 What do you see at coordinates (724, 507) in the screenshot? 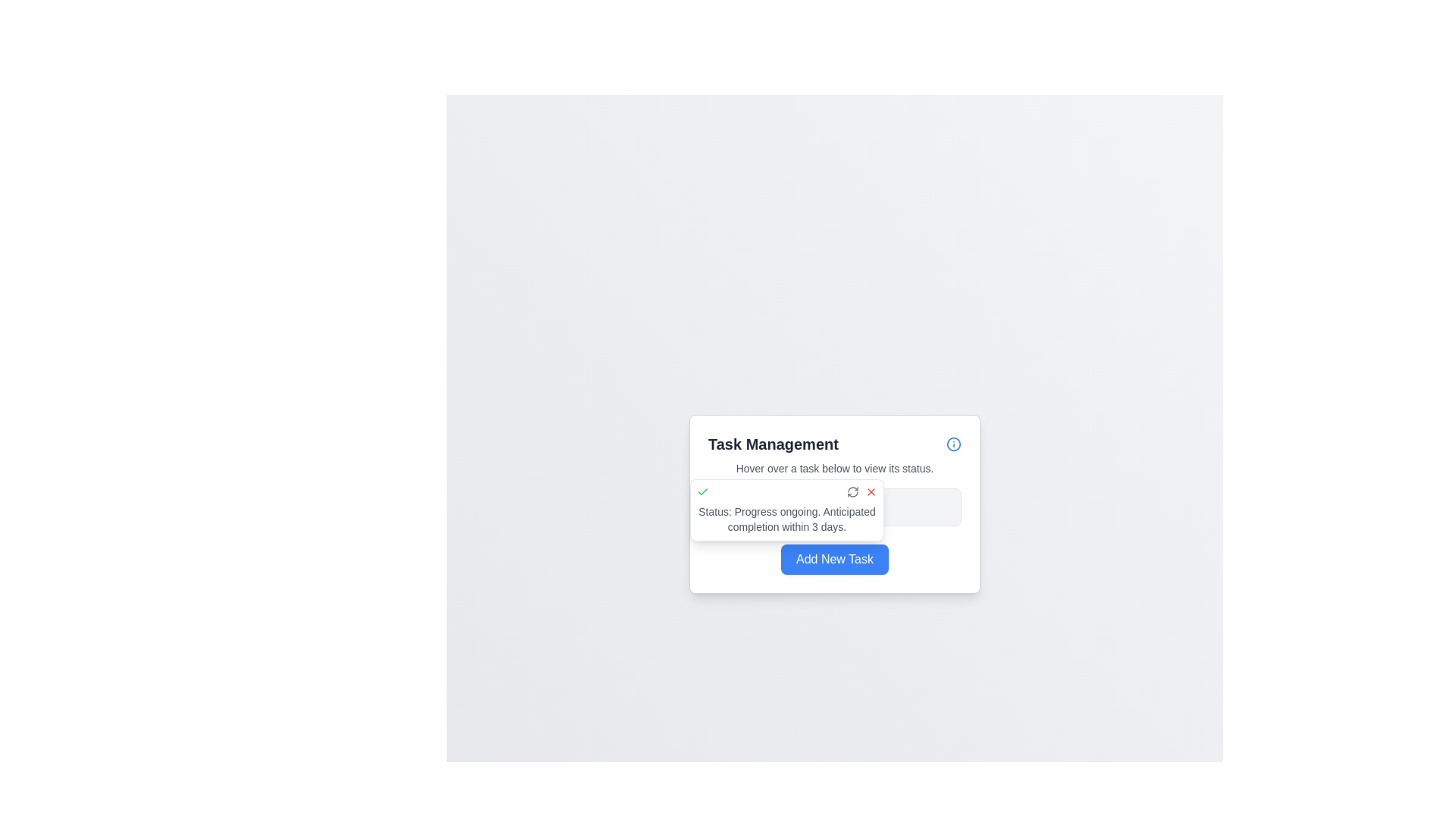
I see `the graphical icon representing a circle within the SVG component framework, which indicates a status such as 'in progress' or 'active', located in the lower-center part of the interface` at bounding box center [724, 507].